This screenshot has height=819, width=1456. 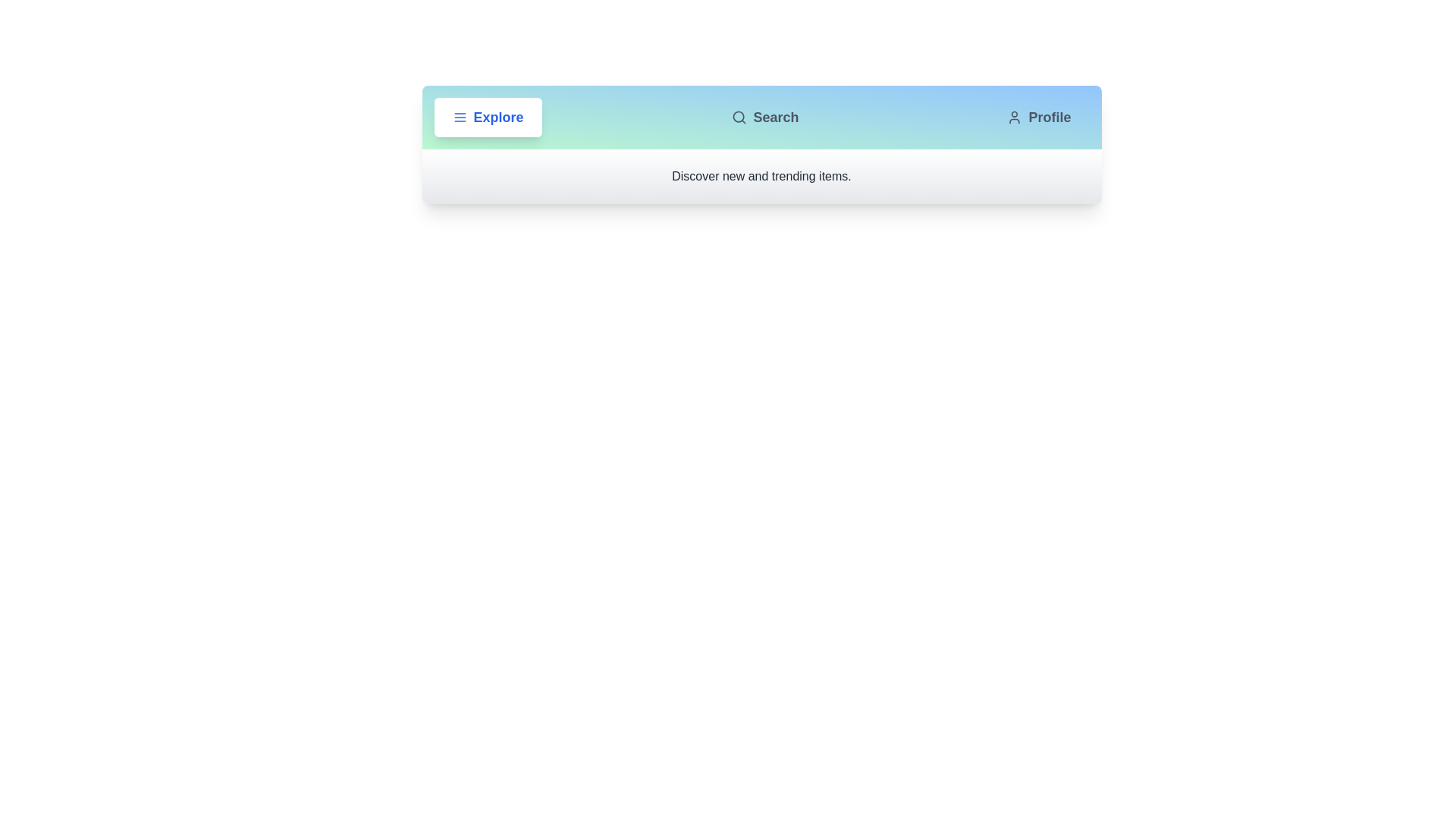 I want to click on the icon of the Explore tab, so click(x=459, y=116).